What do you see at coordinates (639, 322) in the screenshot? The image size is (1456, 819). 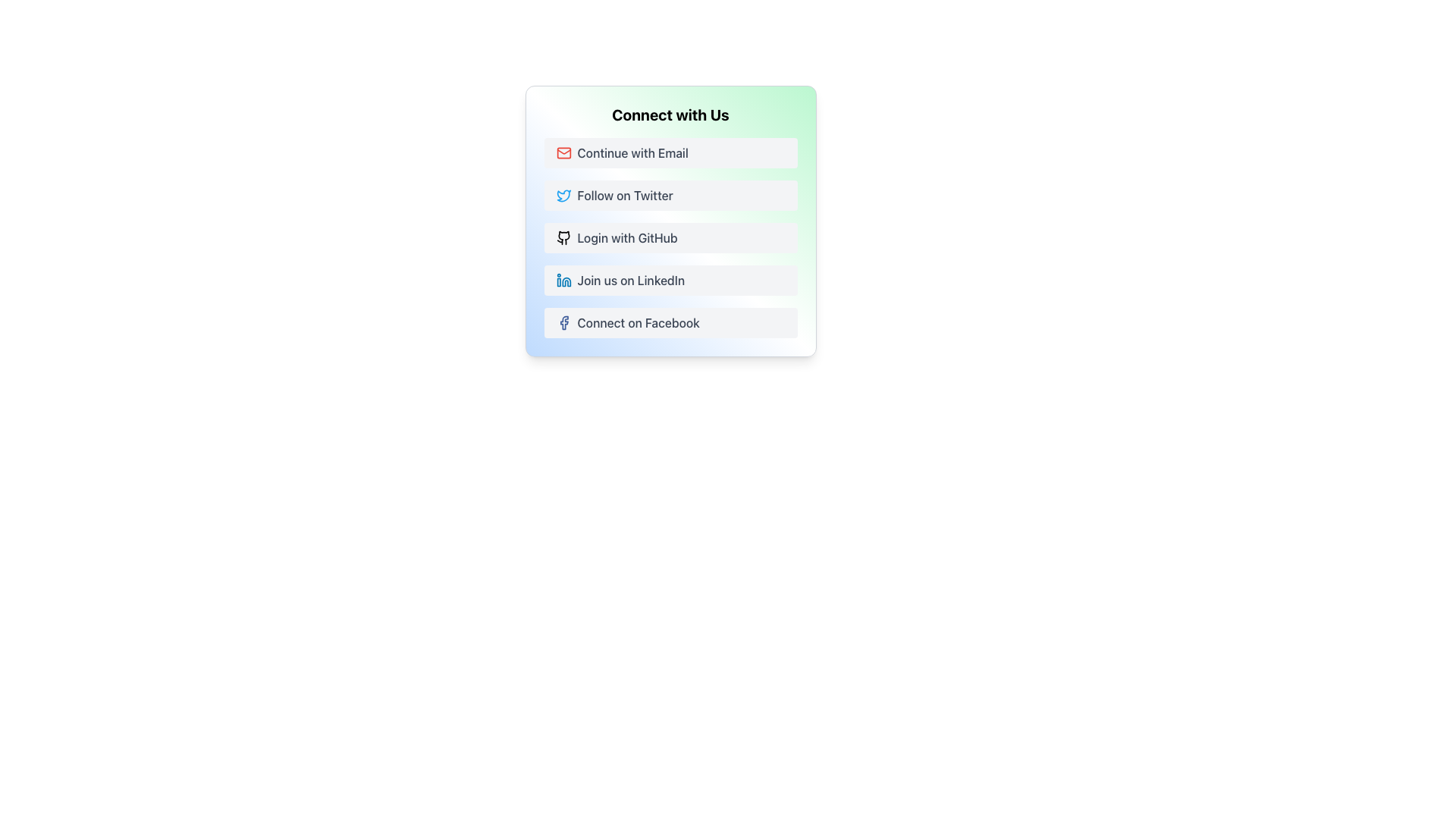 I see `the text label that provides the functionality to connect with a Facebook account, located at the bottom-left of the card` at bounding box center [639, 322].